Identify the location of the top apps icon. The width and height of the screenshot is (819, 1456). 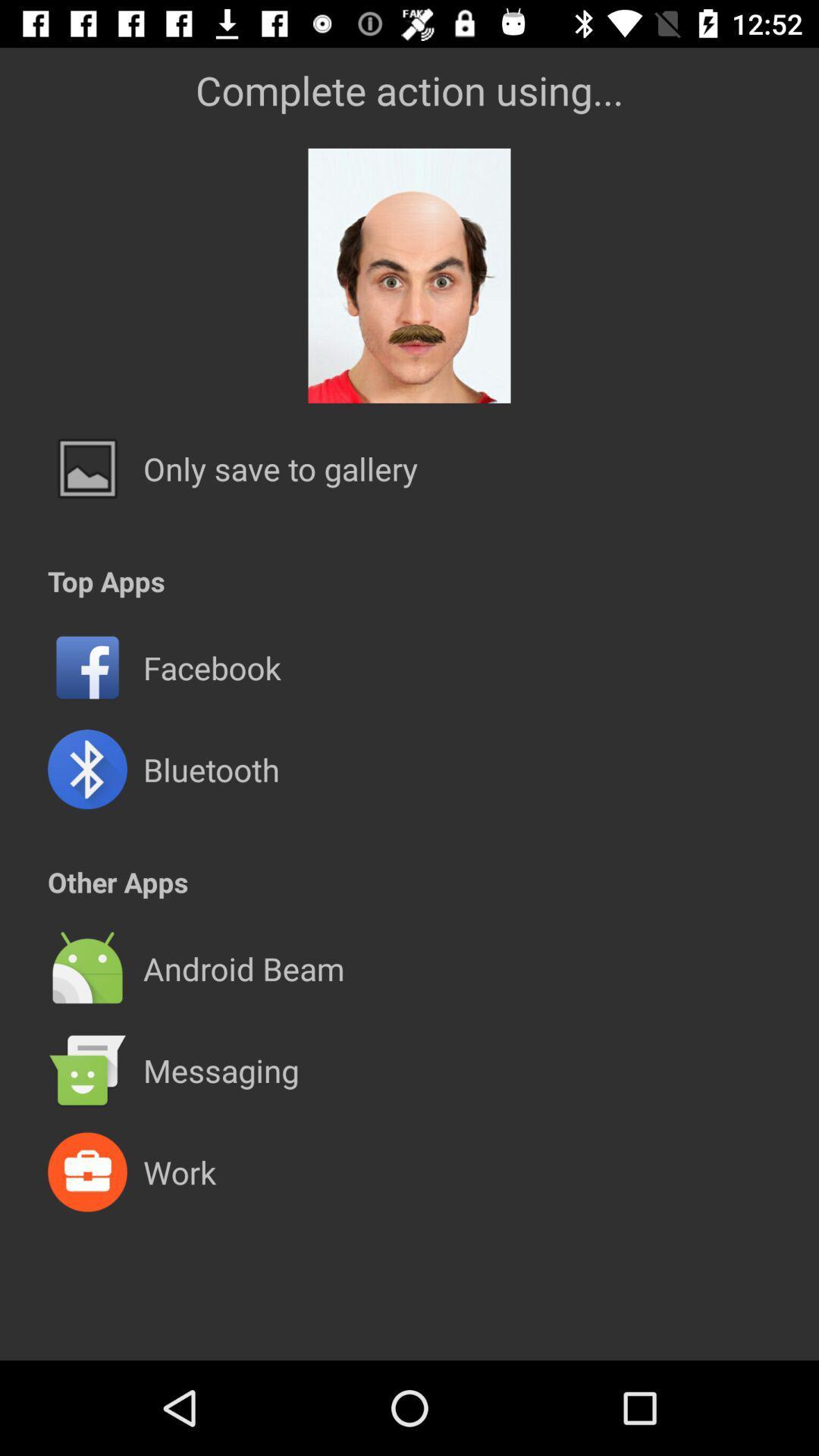
(105, 580).